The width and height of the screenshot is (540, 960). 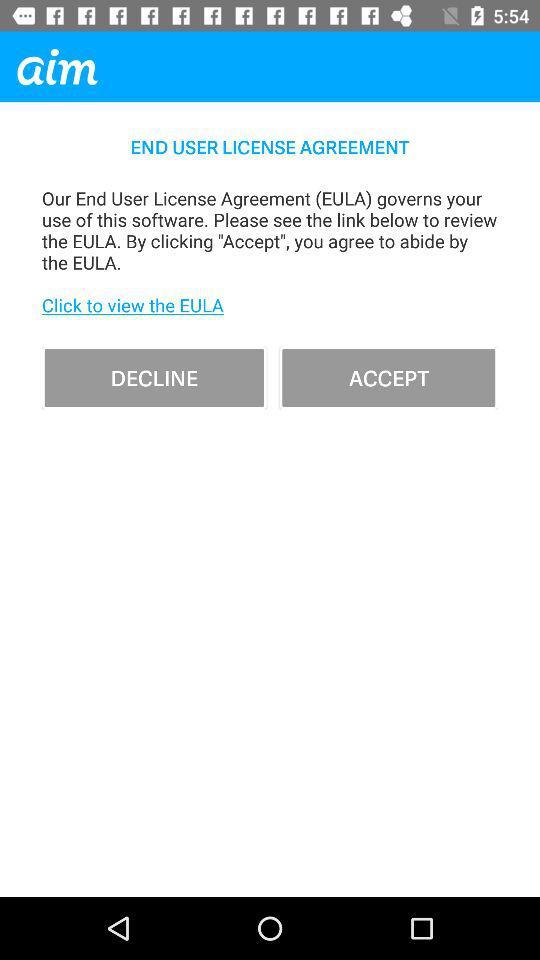 What do you see at coordinates (153, 376) in the screenshot?
I see `button next to accept item` at bounding box center [153, 376].